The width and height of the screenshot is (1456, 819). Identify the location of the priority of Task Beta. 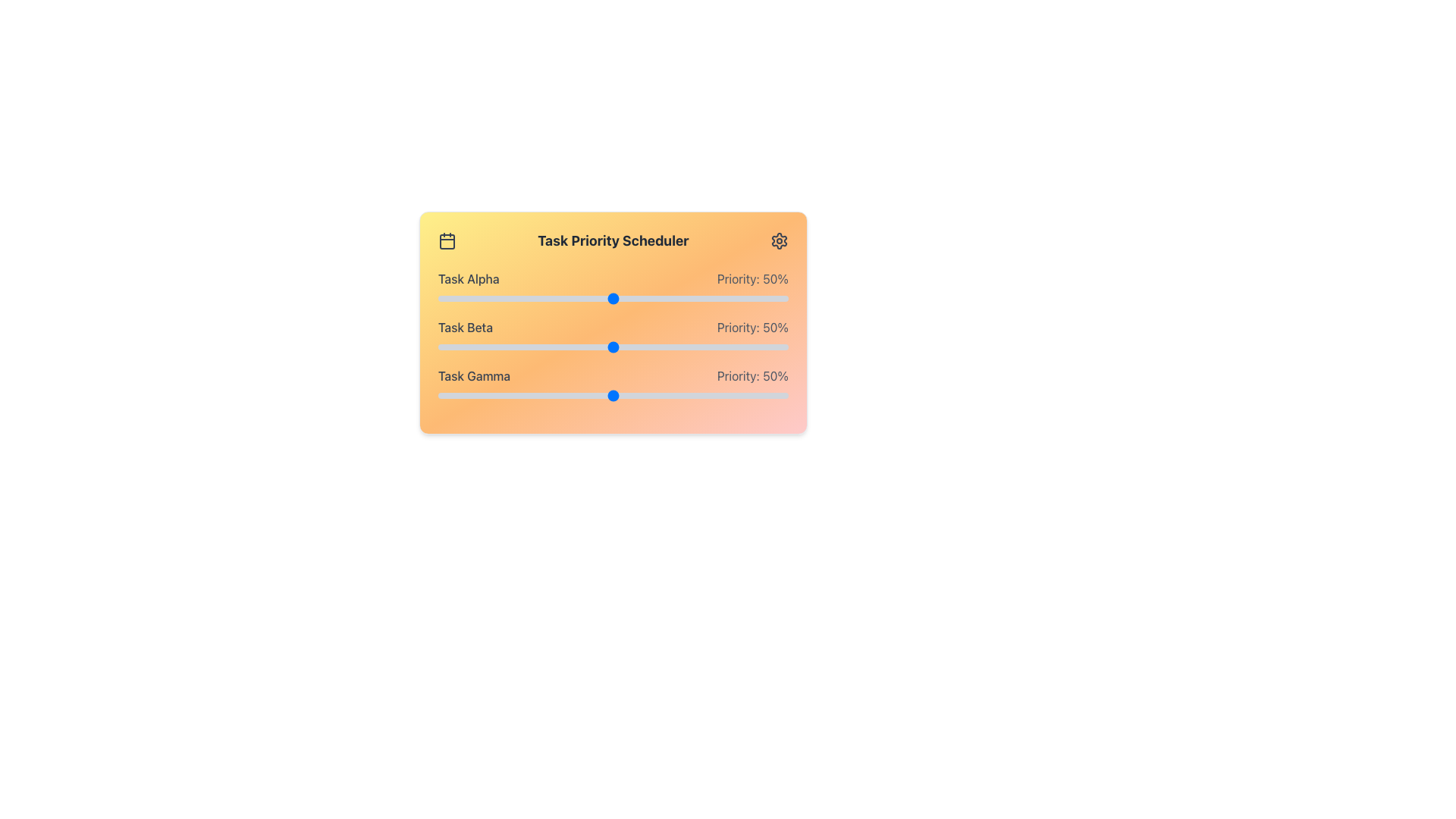
(494, 347).